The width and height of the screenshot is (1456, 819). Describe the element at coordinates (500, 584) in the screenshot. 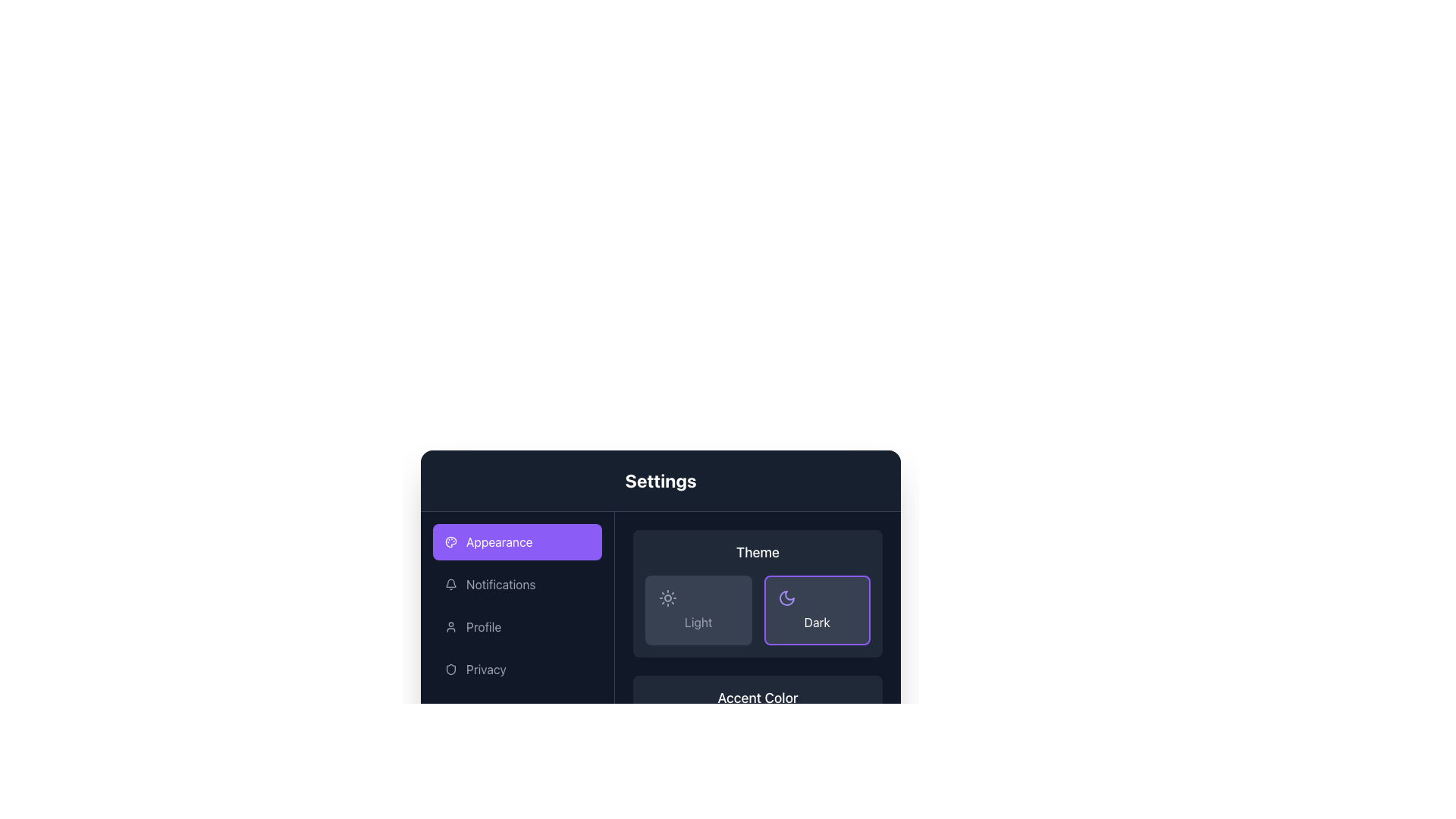

I see `text content of the 'Notifications' label, which is styled with a light gray font color on a dark background and positioned below the 'Appearance' section in the left menu panel` at that location.